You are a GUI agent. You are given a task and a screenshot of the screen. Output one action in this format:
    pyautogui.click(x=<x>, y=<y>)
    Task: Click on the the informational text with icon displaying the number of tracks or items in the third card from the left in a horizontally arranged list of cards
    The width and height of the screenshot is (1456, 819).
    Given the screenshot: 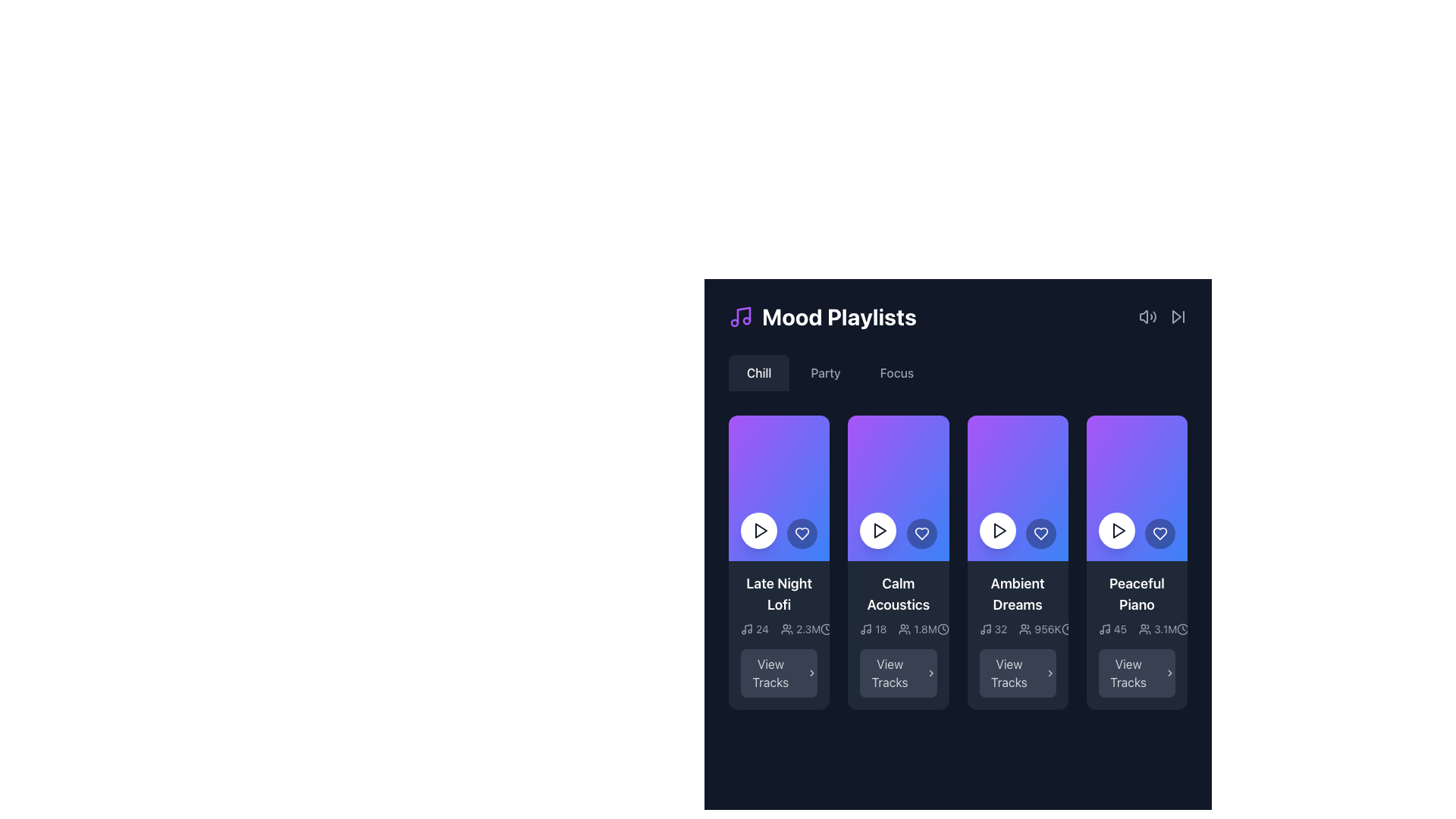 What is the action you would take?
    pyautogui.click(x=993, y=629)
    